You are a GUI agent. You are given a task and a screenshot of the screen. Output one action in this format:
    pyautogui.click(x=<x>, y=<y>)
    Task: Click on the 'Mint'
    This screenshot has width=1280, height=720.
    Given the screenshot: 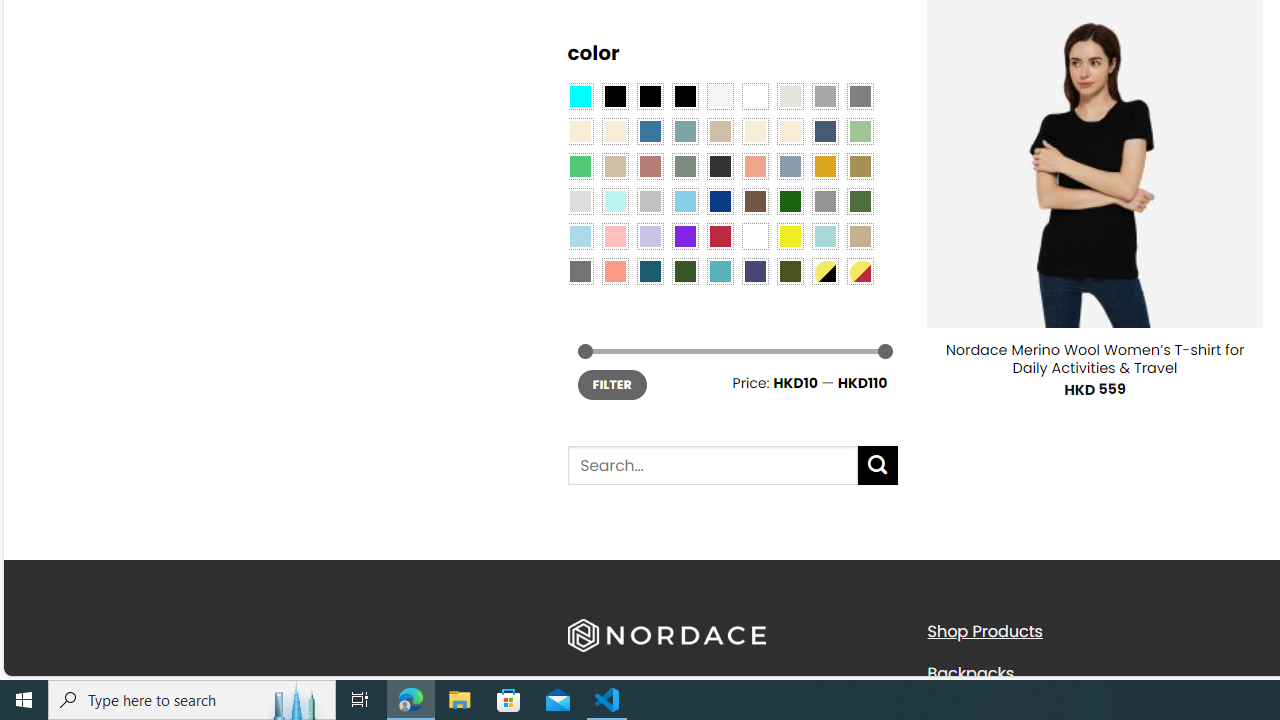 What is the action you would take?
    pyautogui.click(x=614, y=200)
    